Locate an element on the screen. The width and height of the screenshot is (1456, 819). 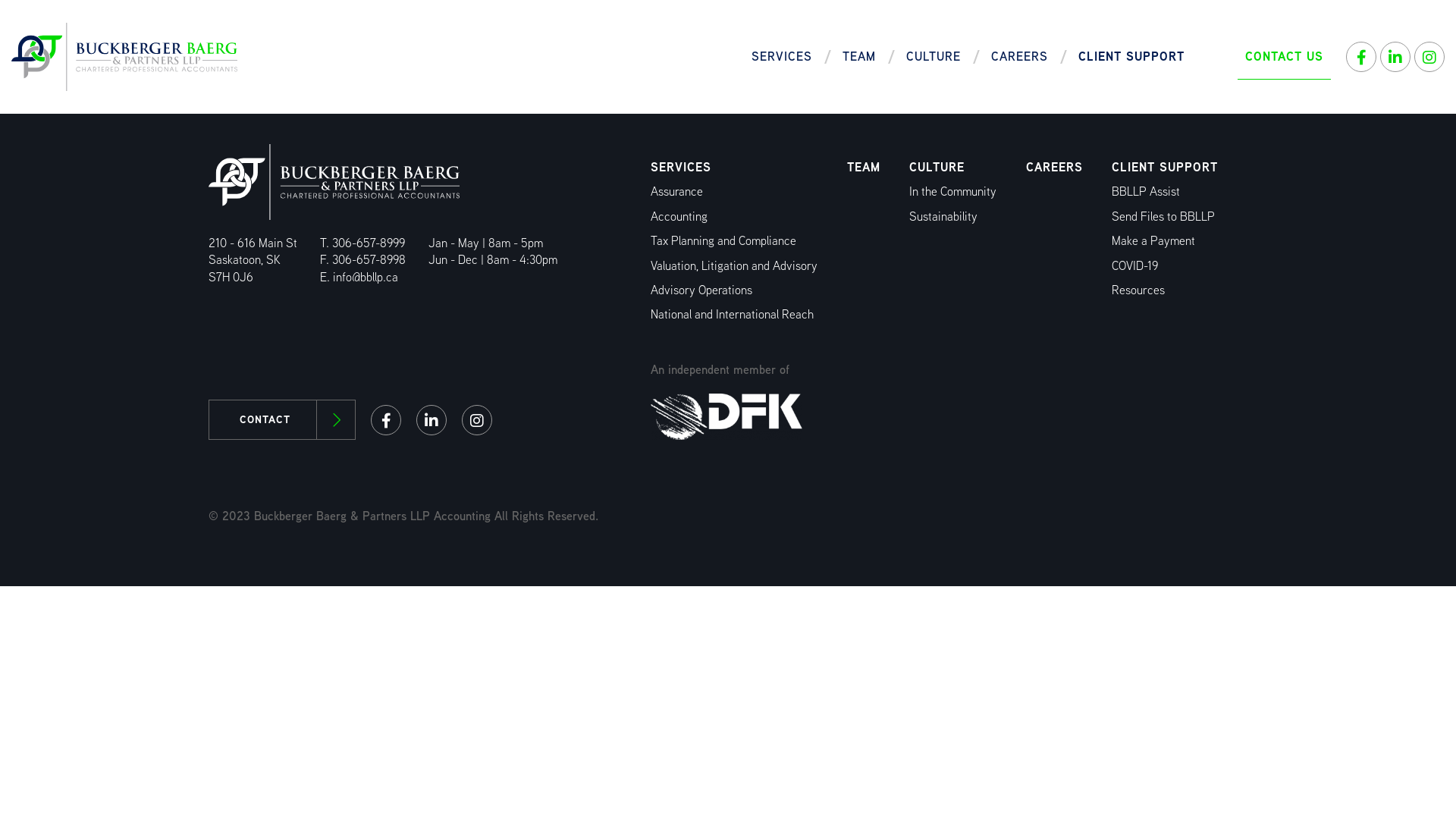
'Send Files to BBLLP' is located at coordinates (1163, 216).